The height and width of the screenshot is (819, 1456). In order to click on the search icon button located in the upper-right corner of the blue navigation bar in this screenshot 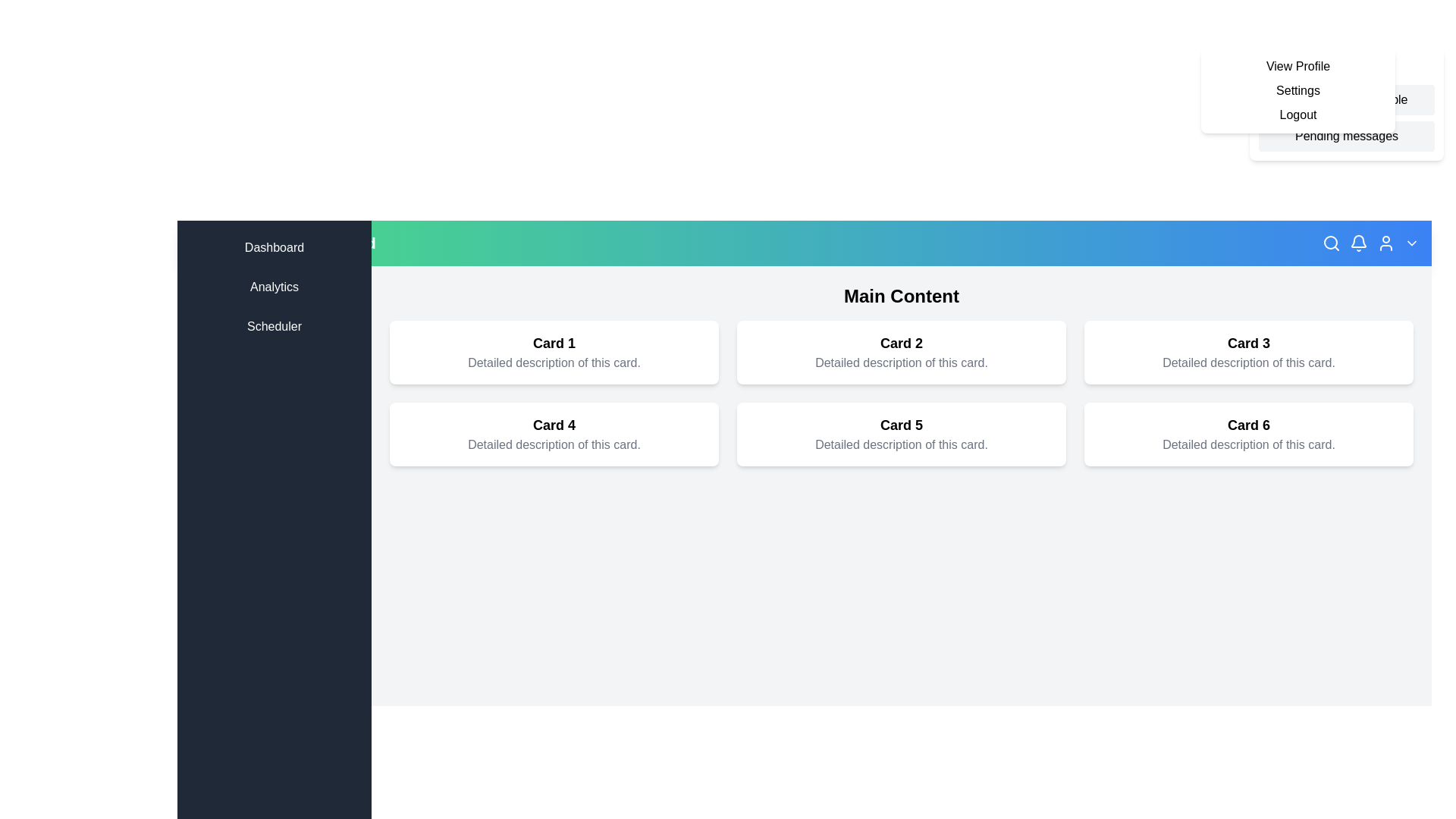, I will do `click(1331, 242)`.